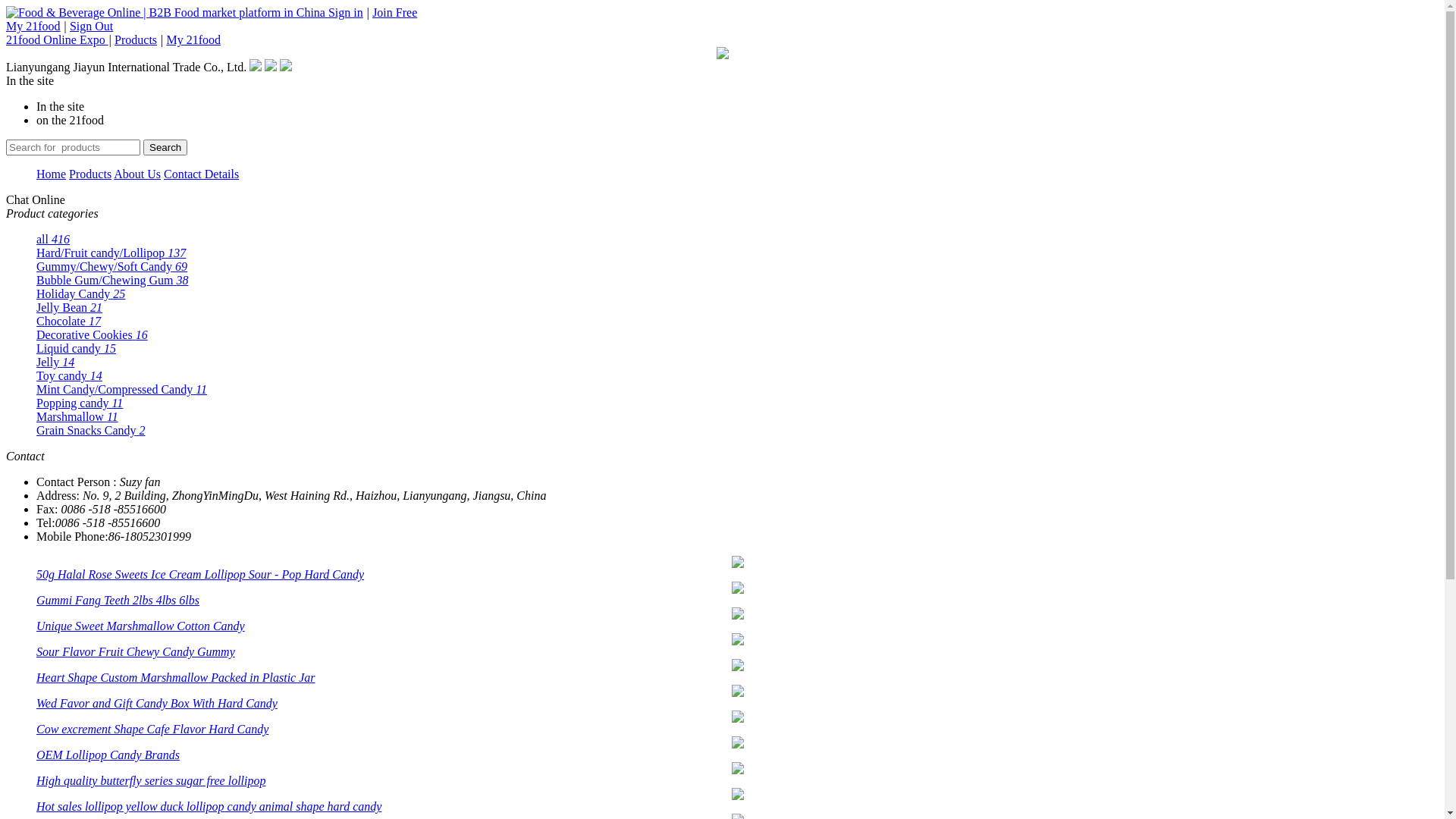  I want to click on 'Grain Snacks Candy 2', so click(36, 430).